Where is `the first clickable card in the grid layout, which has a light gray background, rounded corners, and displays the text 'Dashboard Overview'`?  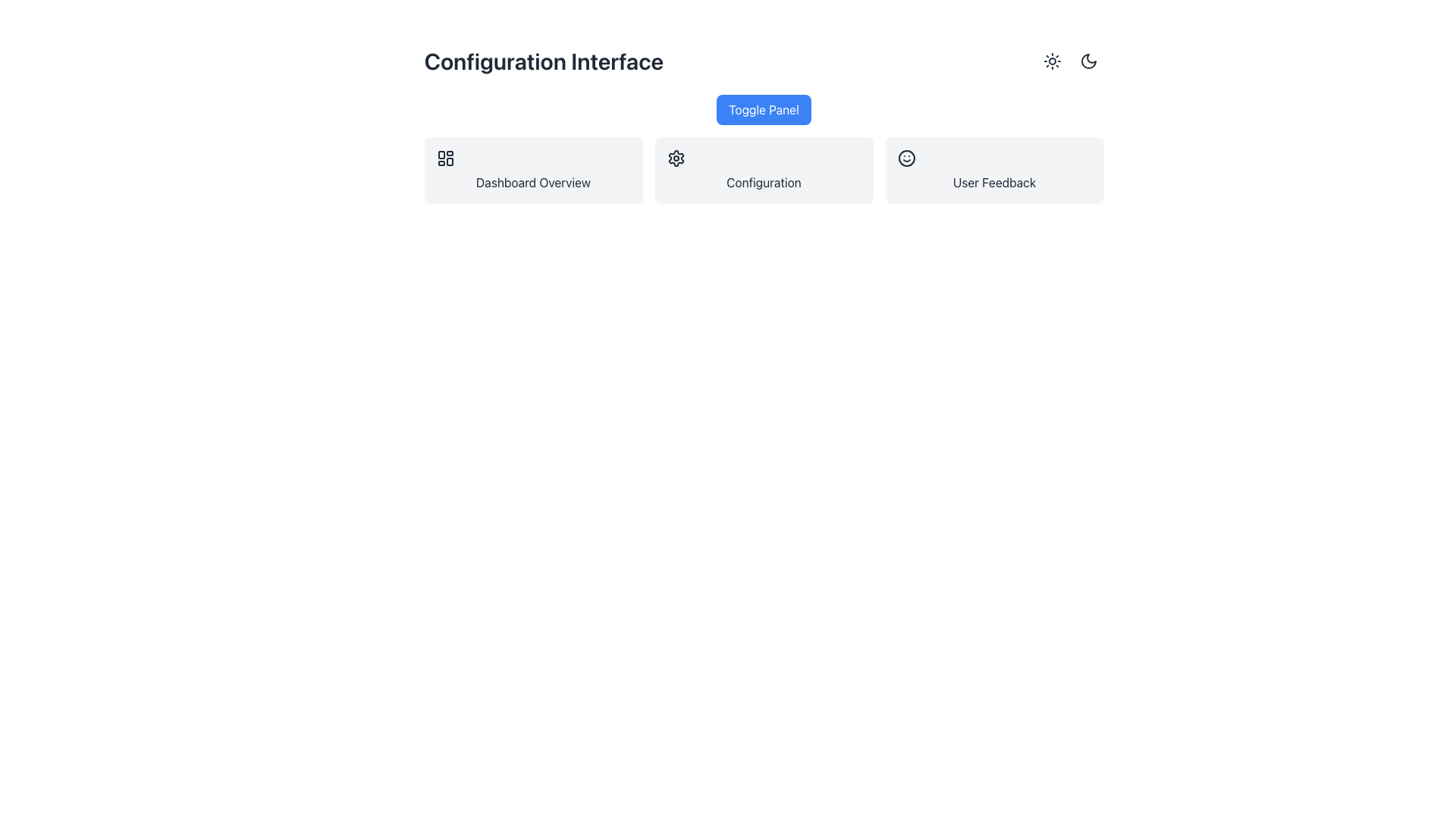
the first clickable card in the grid layout, which has a light gray background, rounded corners, and displays the text 'Dashboard Overview' is located at coordinates (533, 170).